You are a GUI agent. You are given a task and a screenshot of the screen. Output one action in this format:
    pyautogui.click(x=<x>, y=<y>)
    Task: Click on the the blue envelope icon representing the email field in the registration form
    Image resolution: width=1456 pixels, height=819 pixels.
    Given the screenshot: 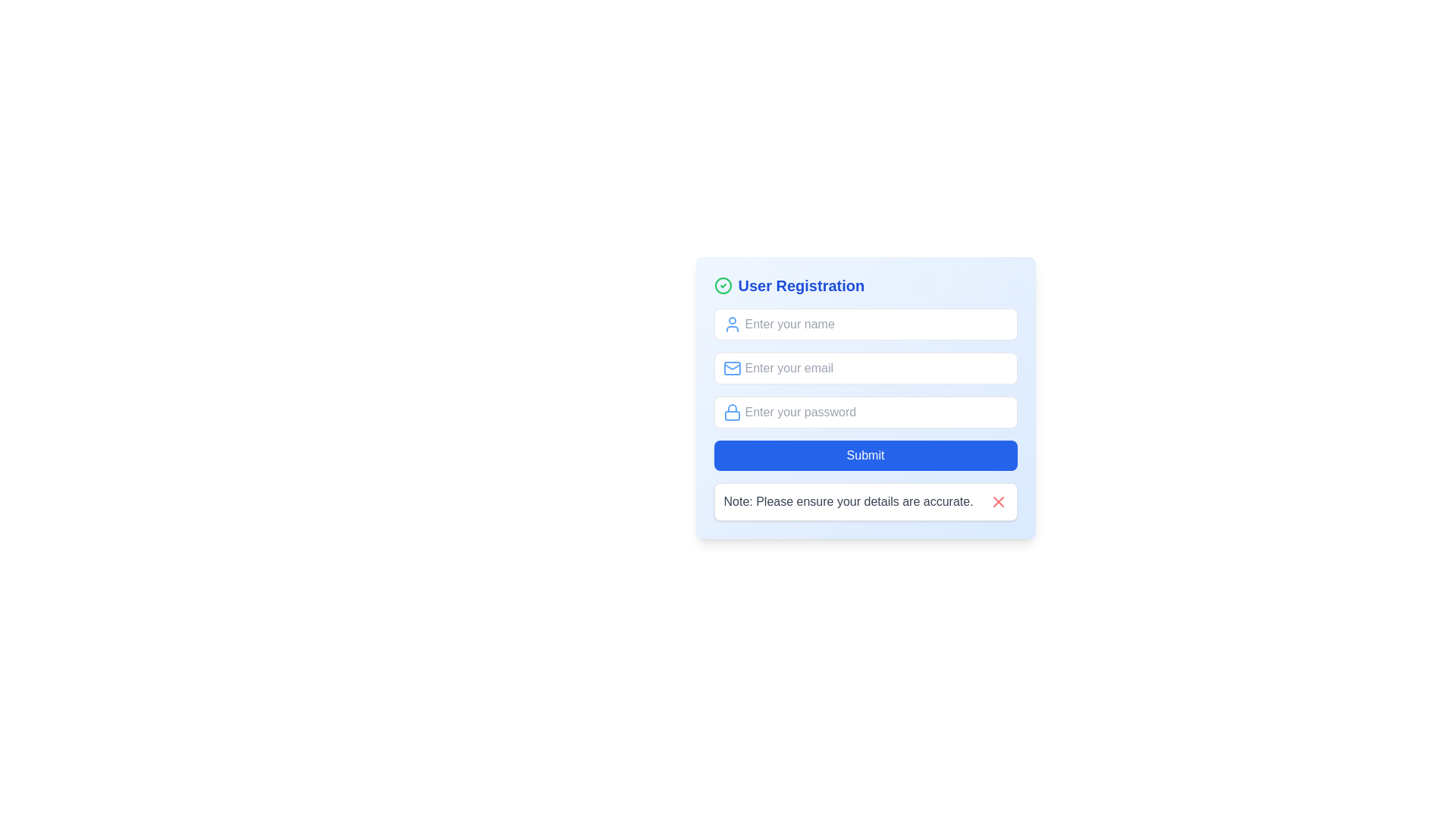 What is the action you would take?
    pyautogui.click(x=732, y=369)
    